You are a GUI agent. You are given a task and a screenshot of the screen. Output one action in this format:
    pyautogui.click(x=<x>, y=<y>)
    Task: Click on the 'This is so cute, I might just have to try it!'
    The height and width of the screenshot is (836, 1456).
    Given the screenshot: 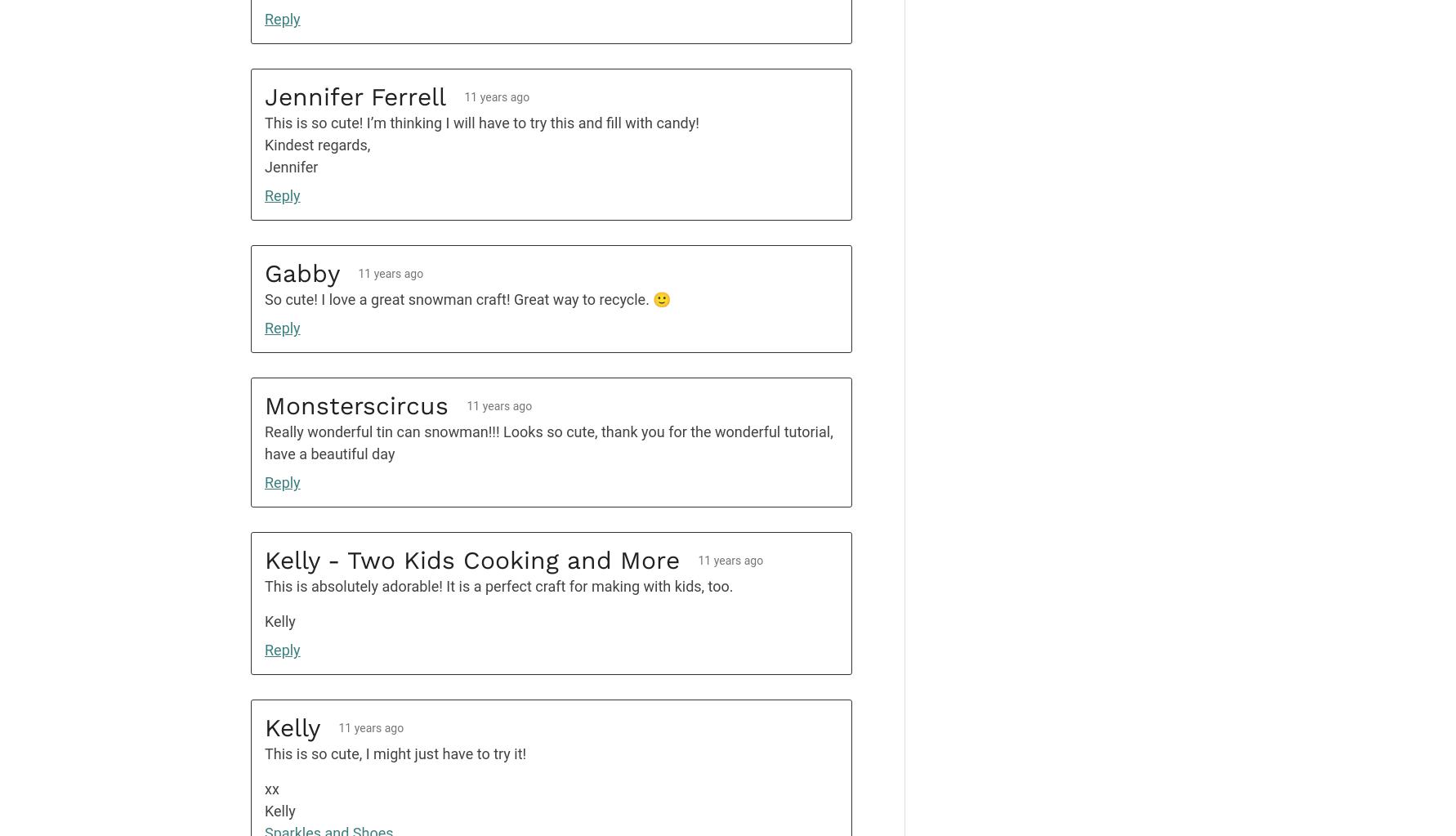 What is the action you would take?
    pyautogui.click(x=394, y=753)
    